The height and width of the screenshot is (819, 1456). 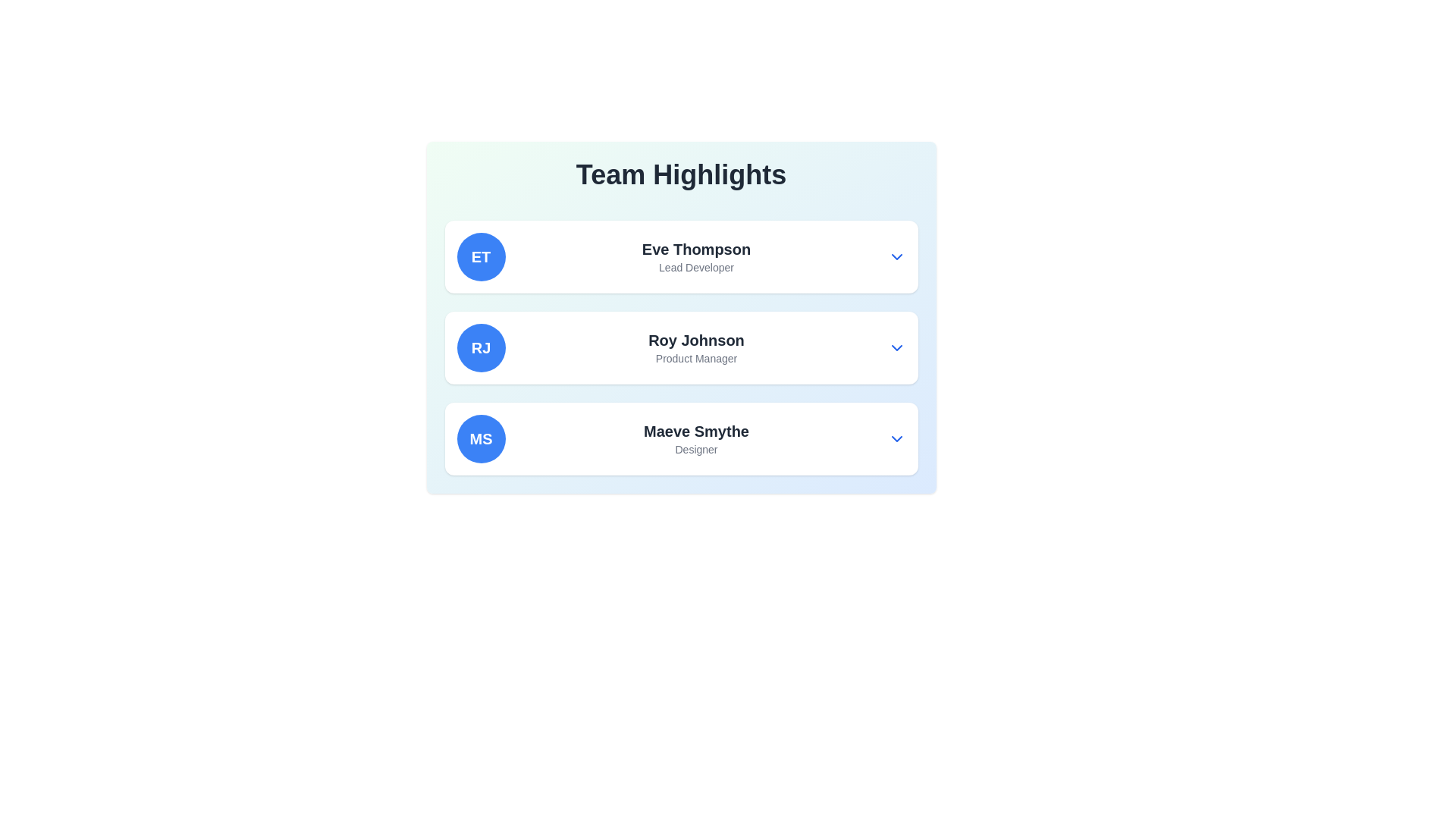 I want to click on the text label displaying 'Roy Johnson' which is part of the second entry in the 'Team Highlights' list, positioned above 'Product Manager' and aligned with the 'RJ' avatar, so click(x=695, y=339).